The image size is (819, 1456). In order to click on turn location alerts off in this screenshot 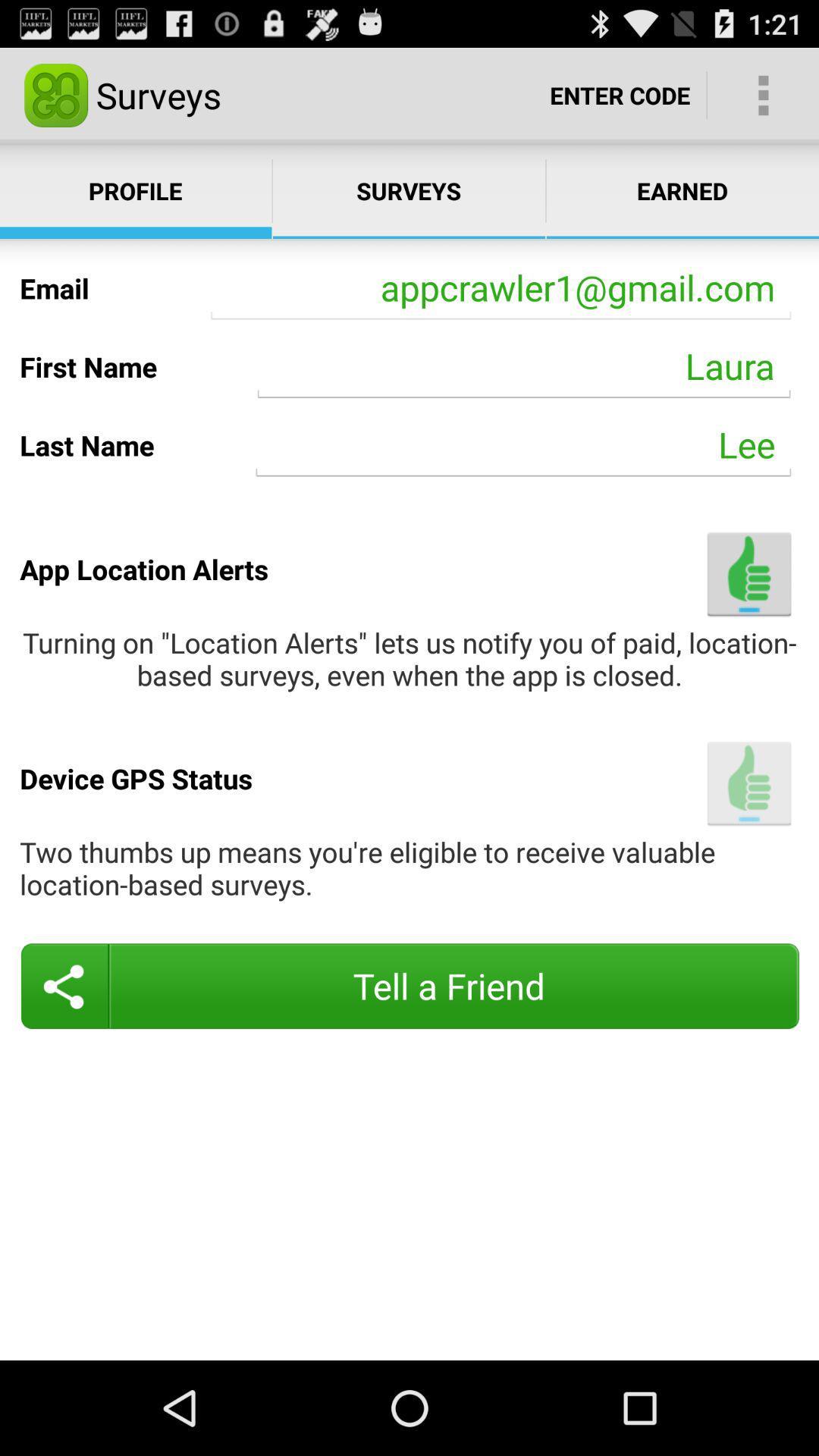, I will do `click(748, 573)`.